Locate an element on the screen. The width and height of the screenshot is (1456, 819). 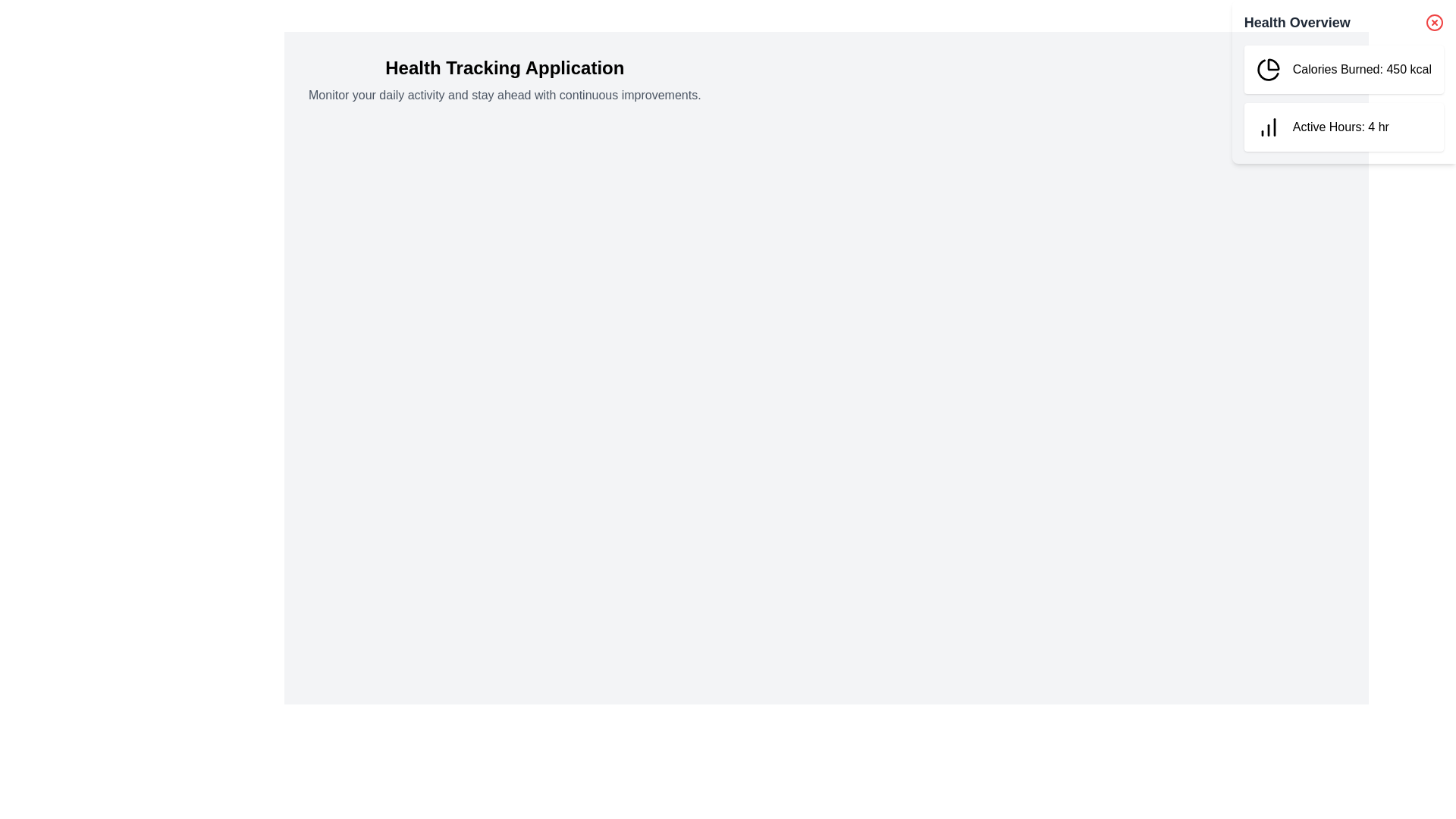
the button located in the top-right corner of the interface is located at coordinates (1433, 23).